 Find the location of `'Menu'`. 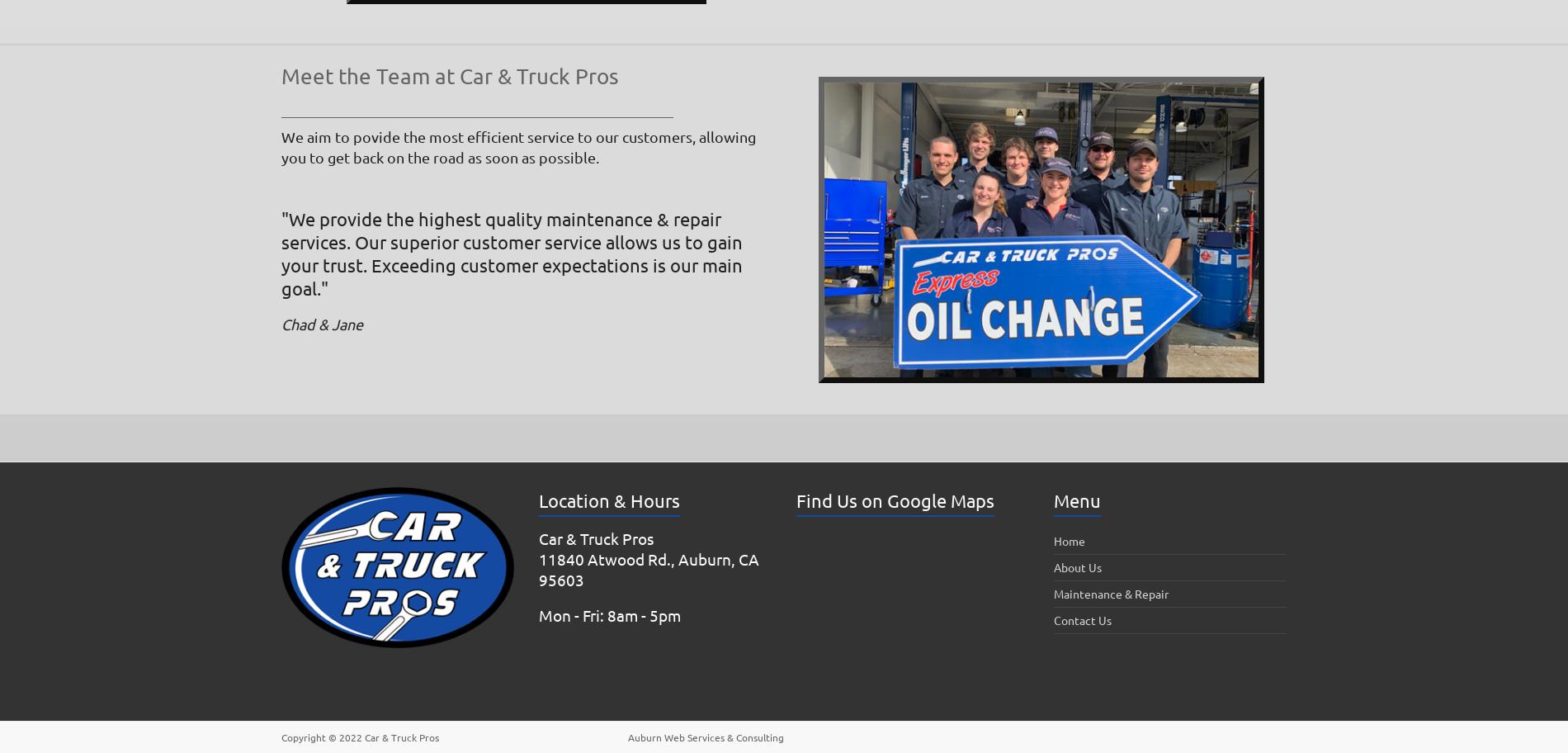

'Menu' is located at coordinates (1052, 500).